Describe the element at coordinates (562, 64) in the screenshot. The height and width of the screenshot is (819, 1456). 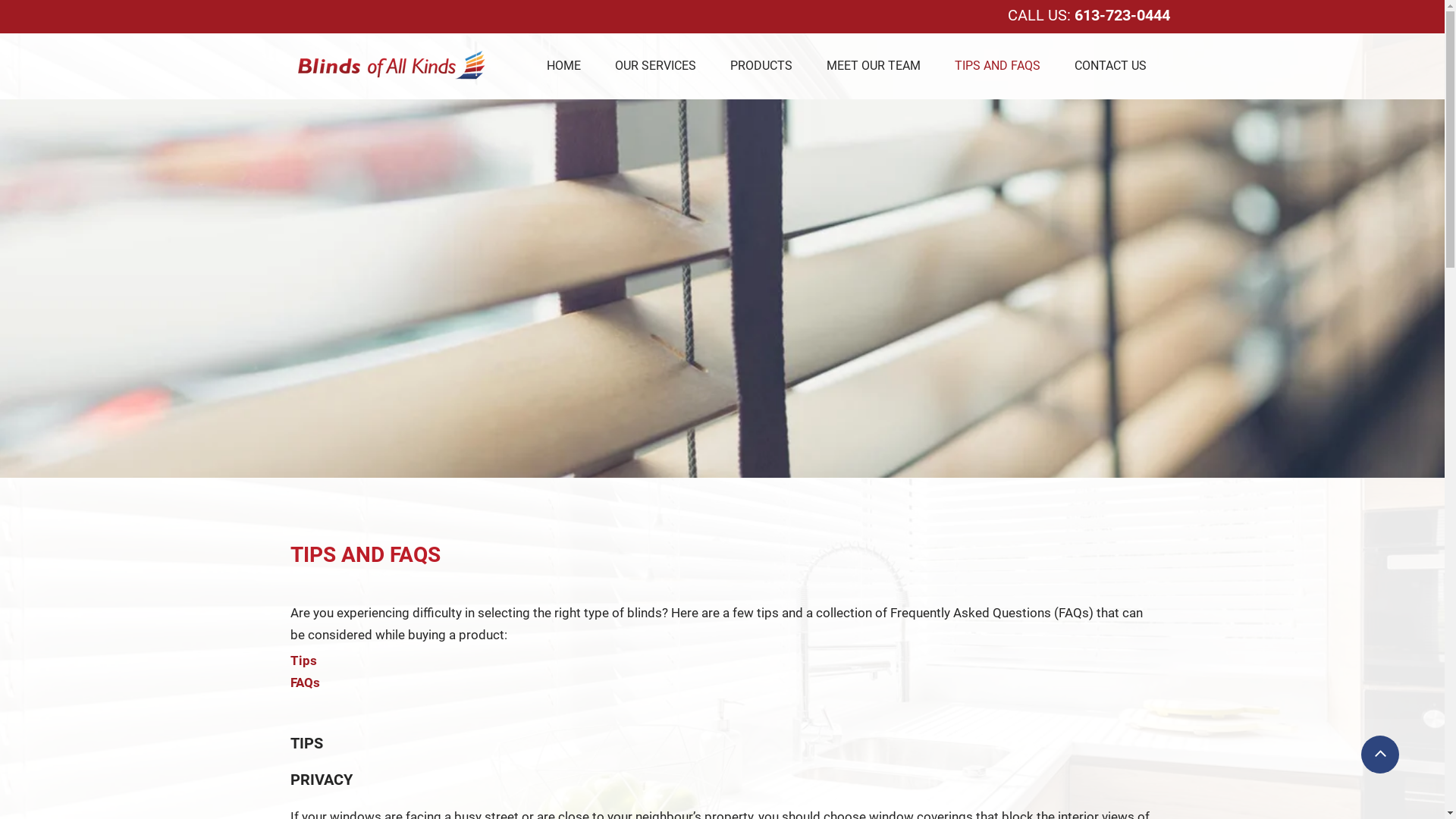
I see `'HOME'` at that location.